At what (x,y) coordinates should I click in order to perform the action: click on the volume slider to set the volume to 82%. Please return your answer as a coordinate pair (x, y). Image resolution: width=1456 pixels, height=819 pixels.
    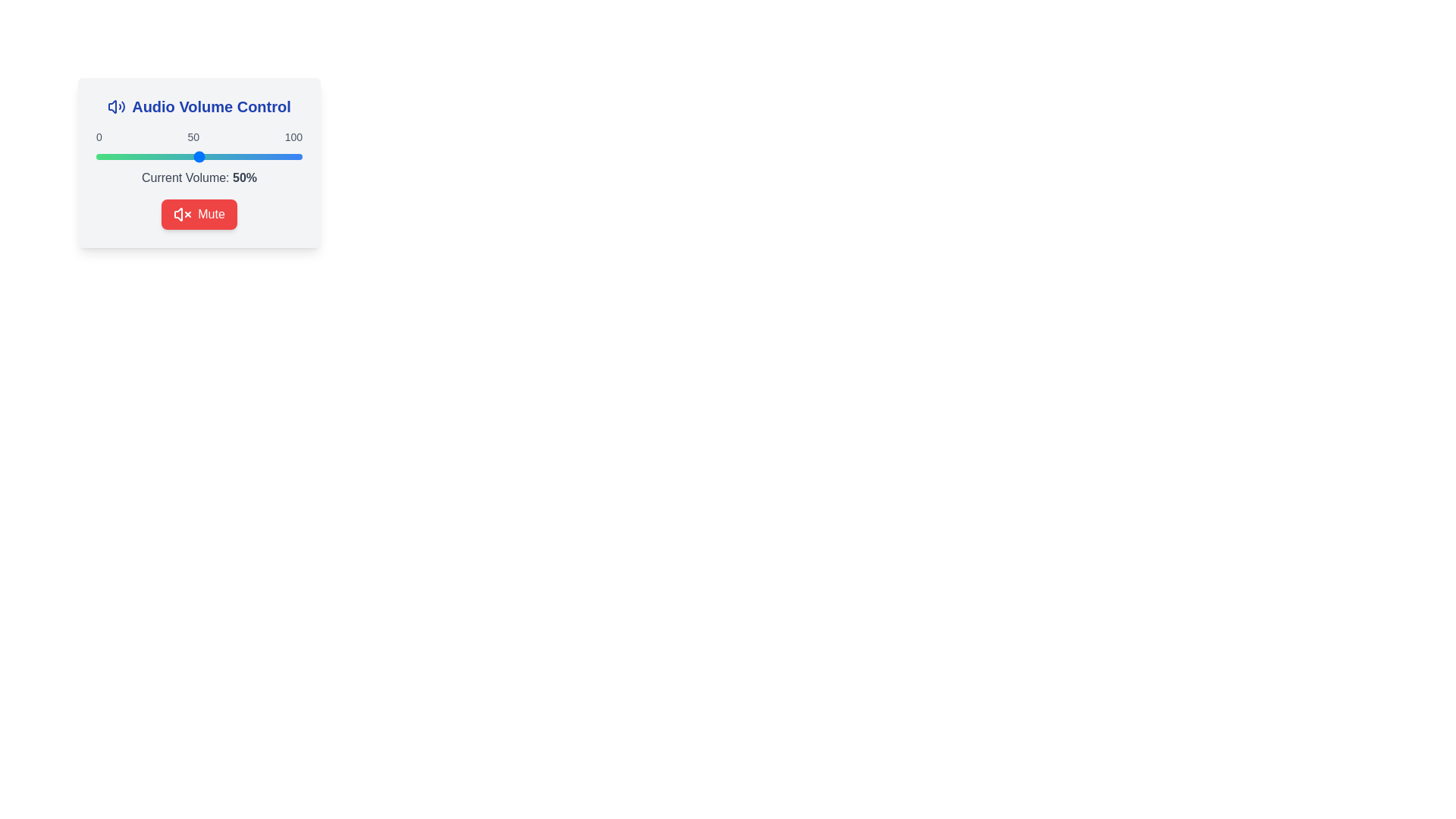
    Looking at the image, I should click on (265, 157).